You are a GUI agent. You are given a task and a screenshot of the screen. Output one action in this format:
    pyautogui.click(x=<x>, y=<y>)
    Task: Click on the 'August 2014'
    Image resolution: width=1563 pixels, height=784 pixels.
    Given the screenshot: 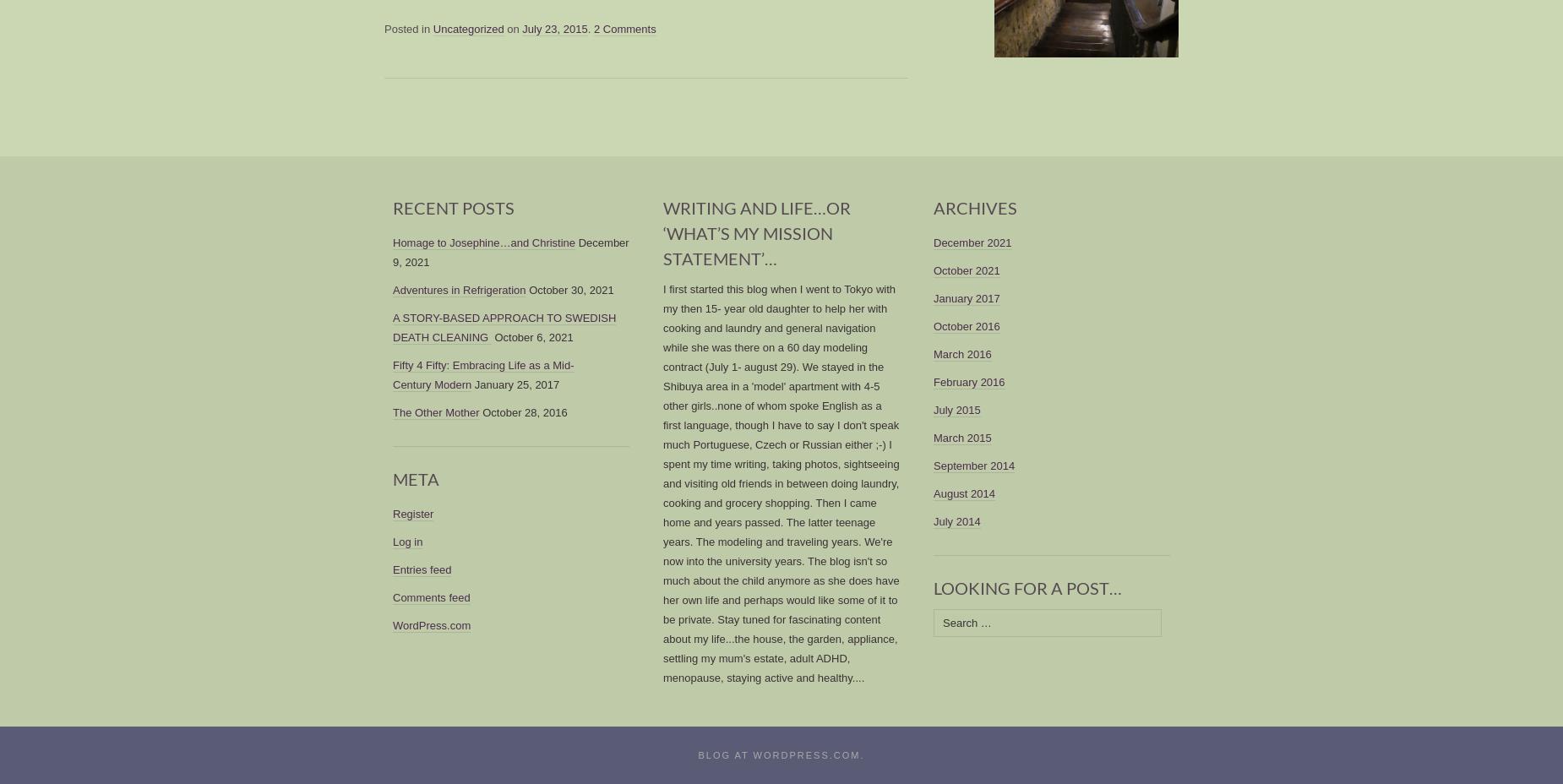 What is the action you would take?
    pyautogui.click(x=963, y=493)
    